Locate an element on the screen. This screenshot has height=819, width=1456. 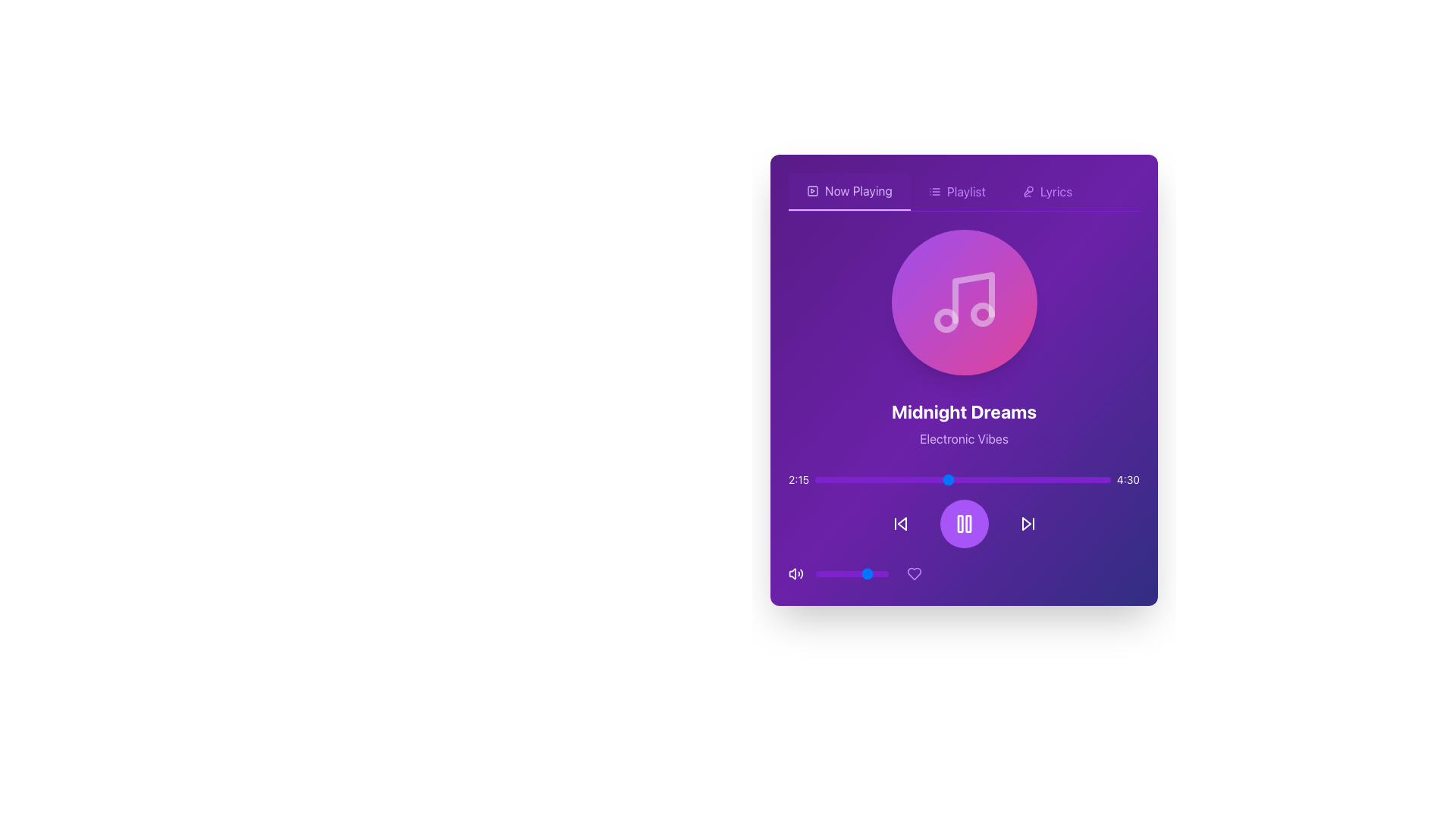
the music note icon, which is the first circular shape at the bottom left corner of the larger circular gradient background is located at coordinates (945, 320).